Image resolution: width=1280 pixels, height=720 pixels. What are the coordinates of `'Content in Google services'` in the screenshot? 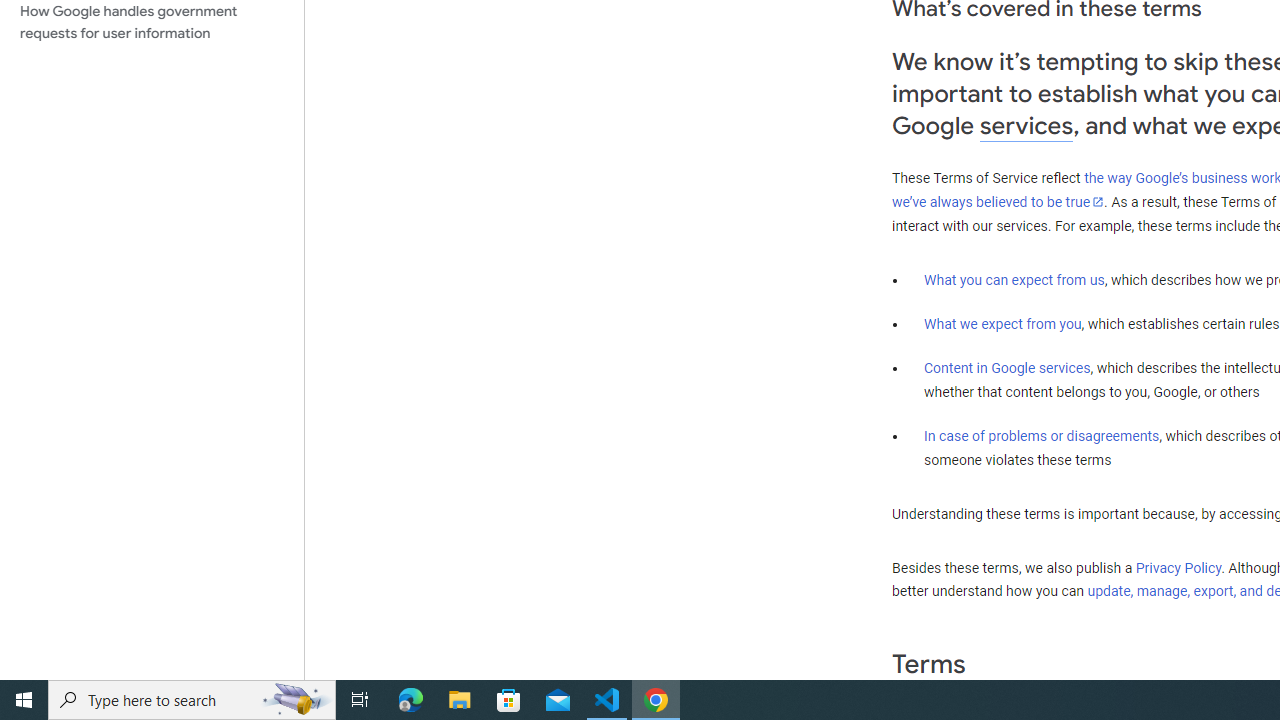 It's located at (1007, 368).